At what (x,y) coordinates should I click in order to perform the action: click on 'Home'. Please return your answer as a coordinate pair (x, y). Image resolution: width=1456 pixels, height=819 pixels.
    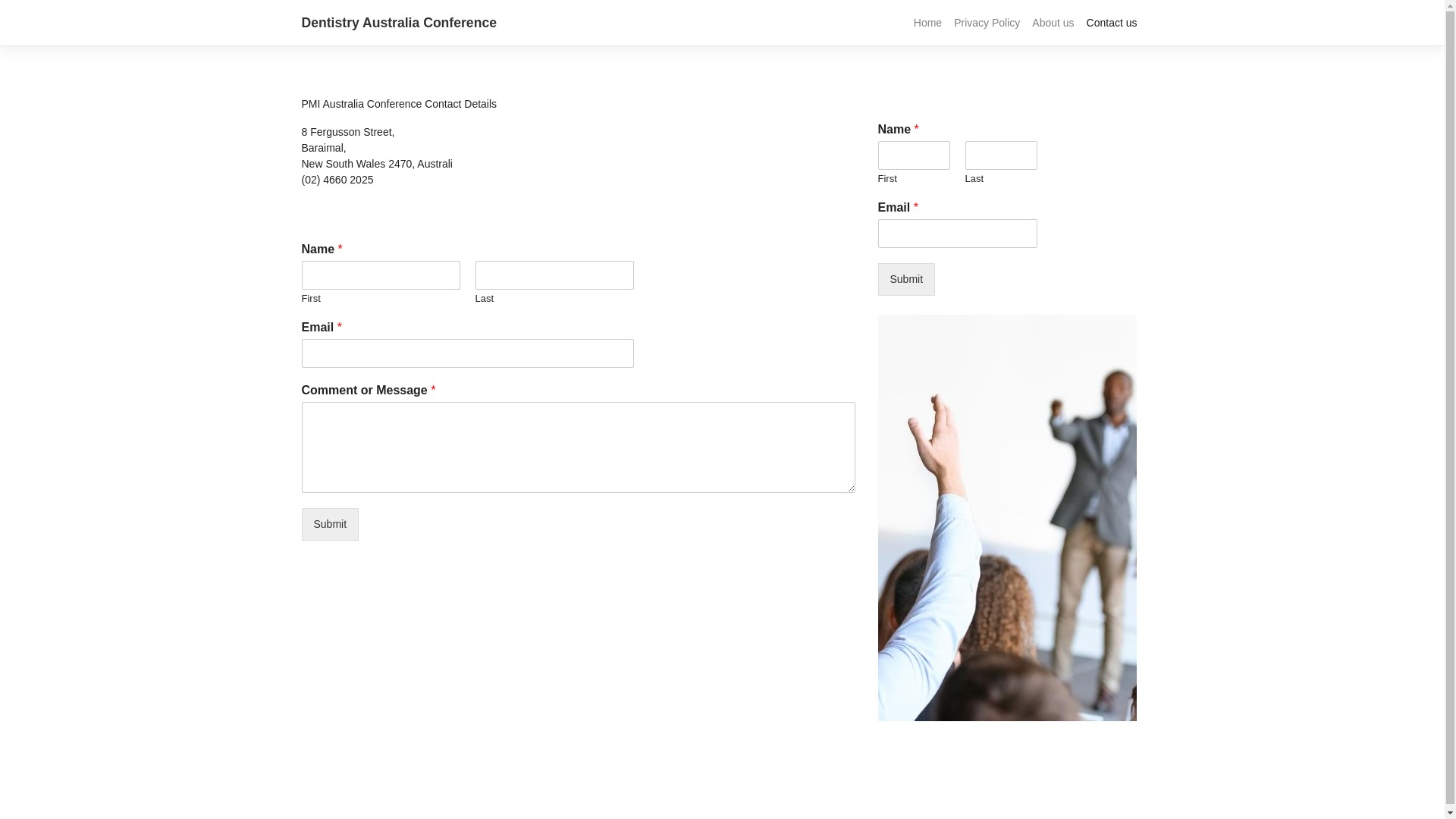
    Looking at the image, I should click on (927, 23).